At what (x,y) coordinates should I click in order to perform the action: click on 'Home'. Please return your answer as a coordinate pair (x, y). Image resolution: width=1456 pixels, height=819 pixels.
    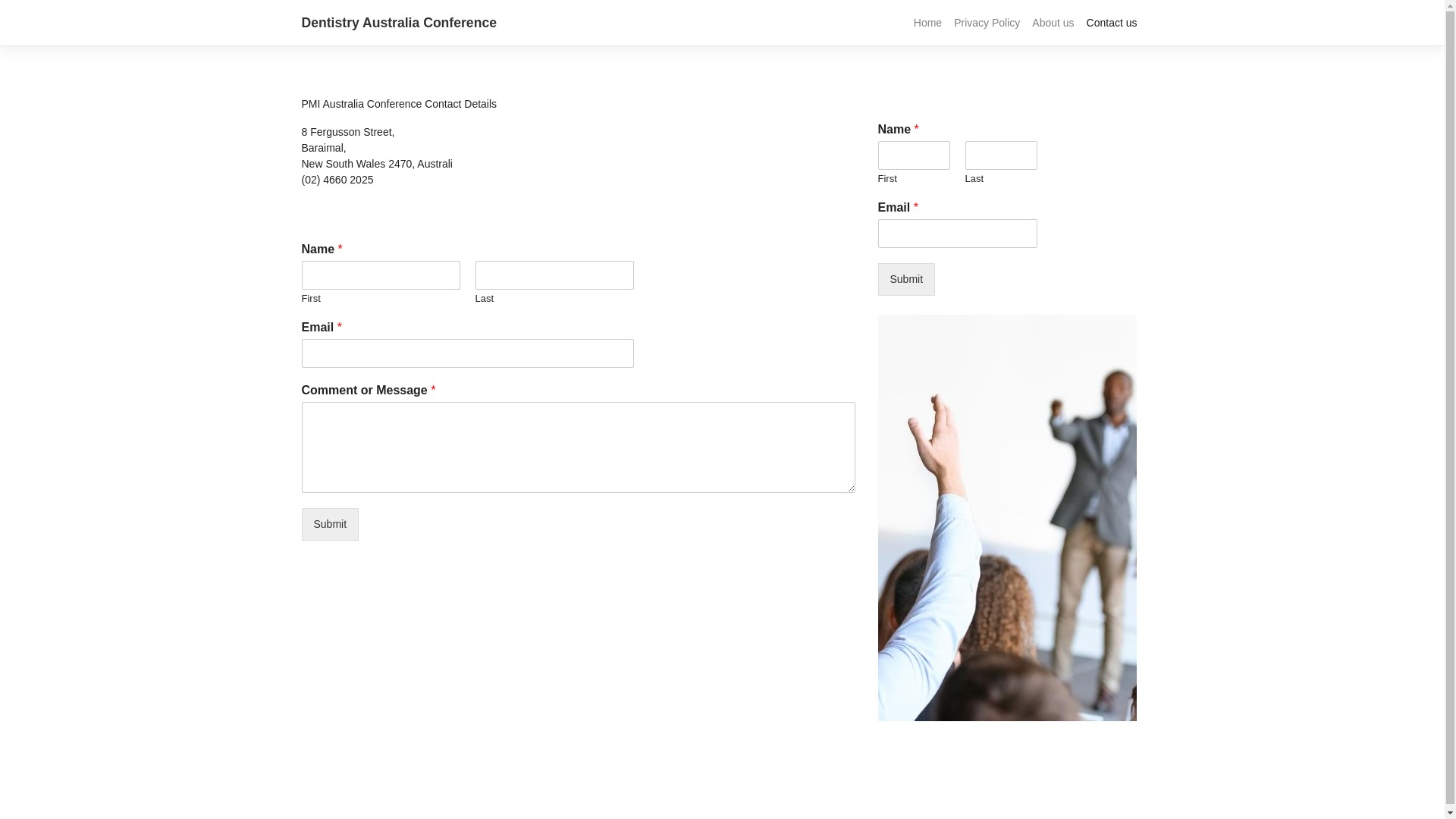
    Looking at the image, I should click on (927, 23).